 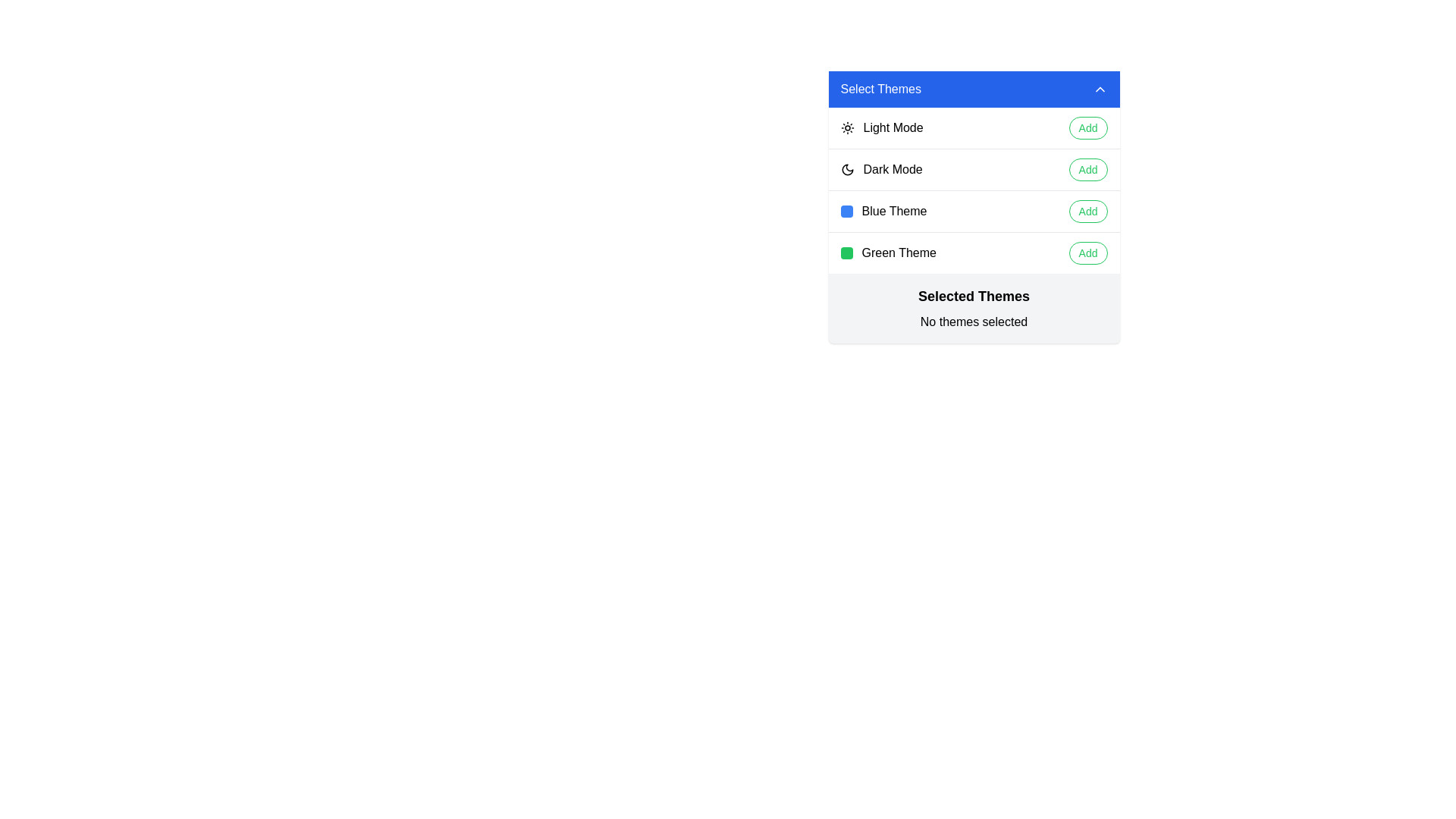 I want to click on the crescent moon icon representing 'Dark Mode' in the theme selection menu by moving the cursor to its center point, so click(x=846, y=169).